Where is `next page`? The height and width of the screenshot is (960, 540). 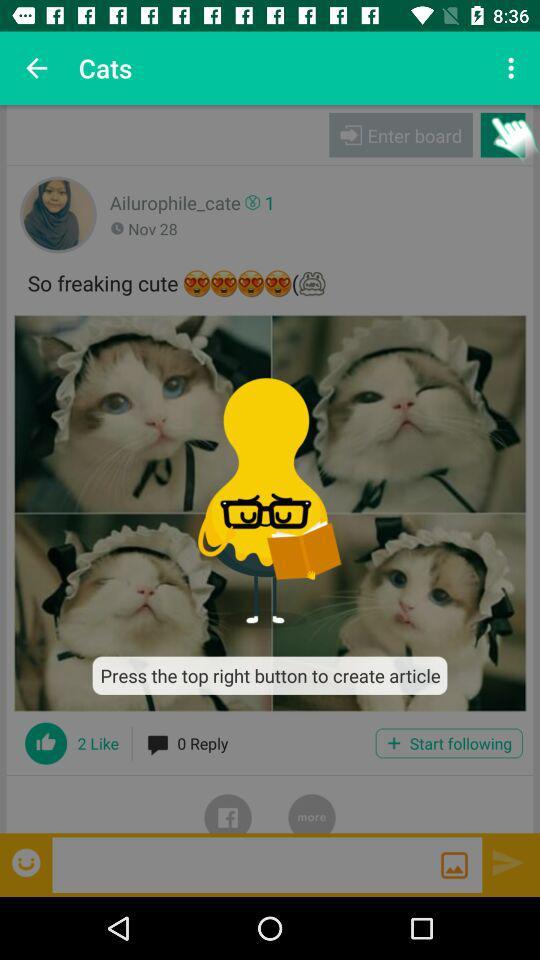 next page is located at coordinates (508, 861).